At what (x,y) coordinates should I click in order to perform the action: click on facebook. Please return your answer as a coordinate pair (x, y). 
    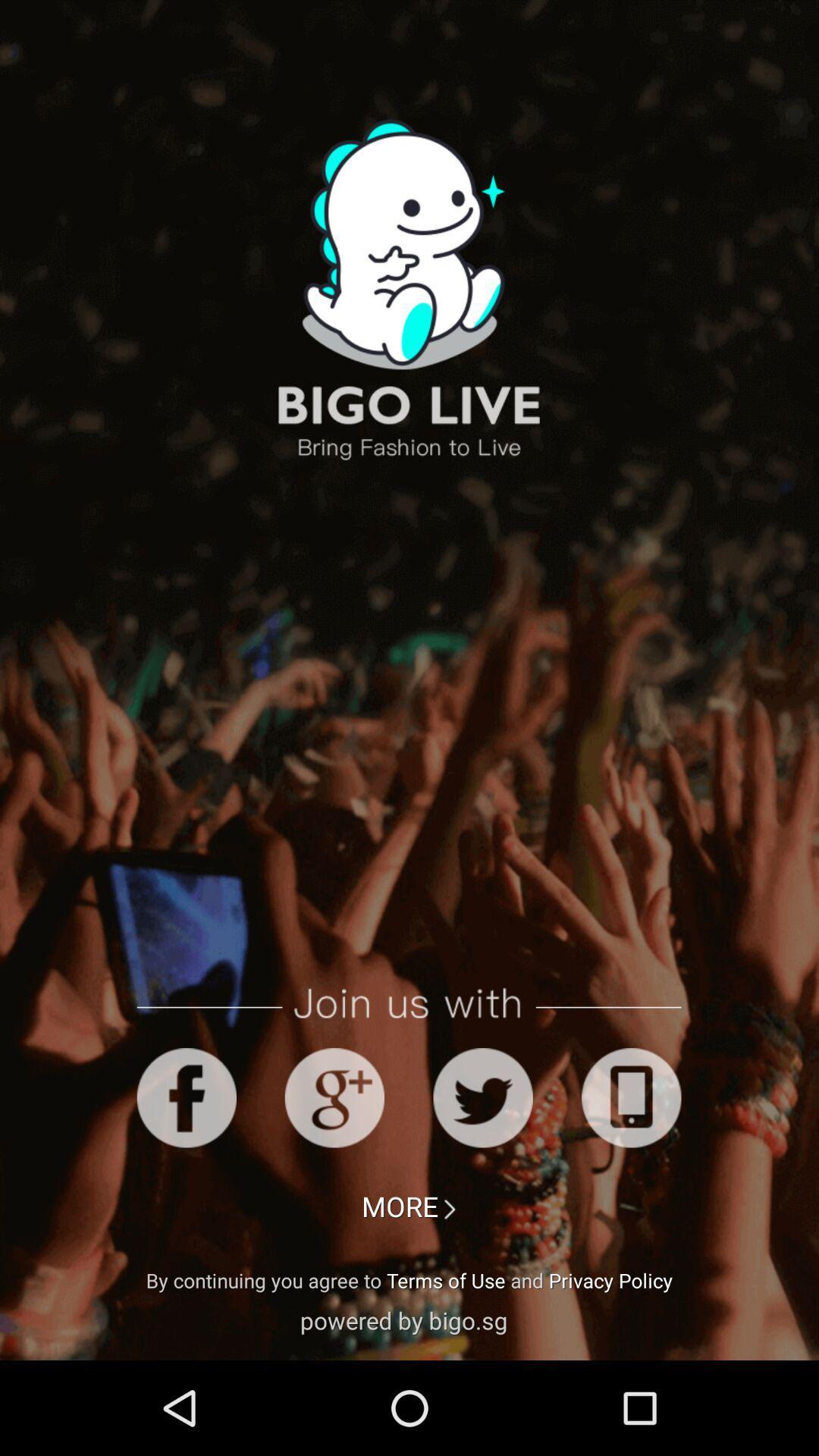
    Looking at the image, I should click on (186, 1097).